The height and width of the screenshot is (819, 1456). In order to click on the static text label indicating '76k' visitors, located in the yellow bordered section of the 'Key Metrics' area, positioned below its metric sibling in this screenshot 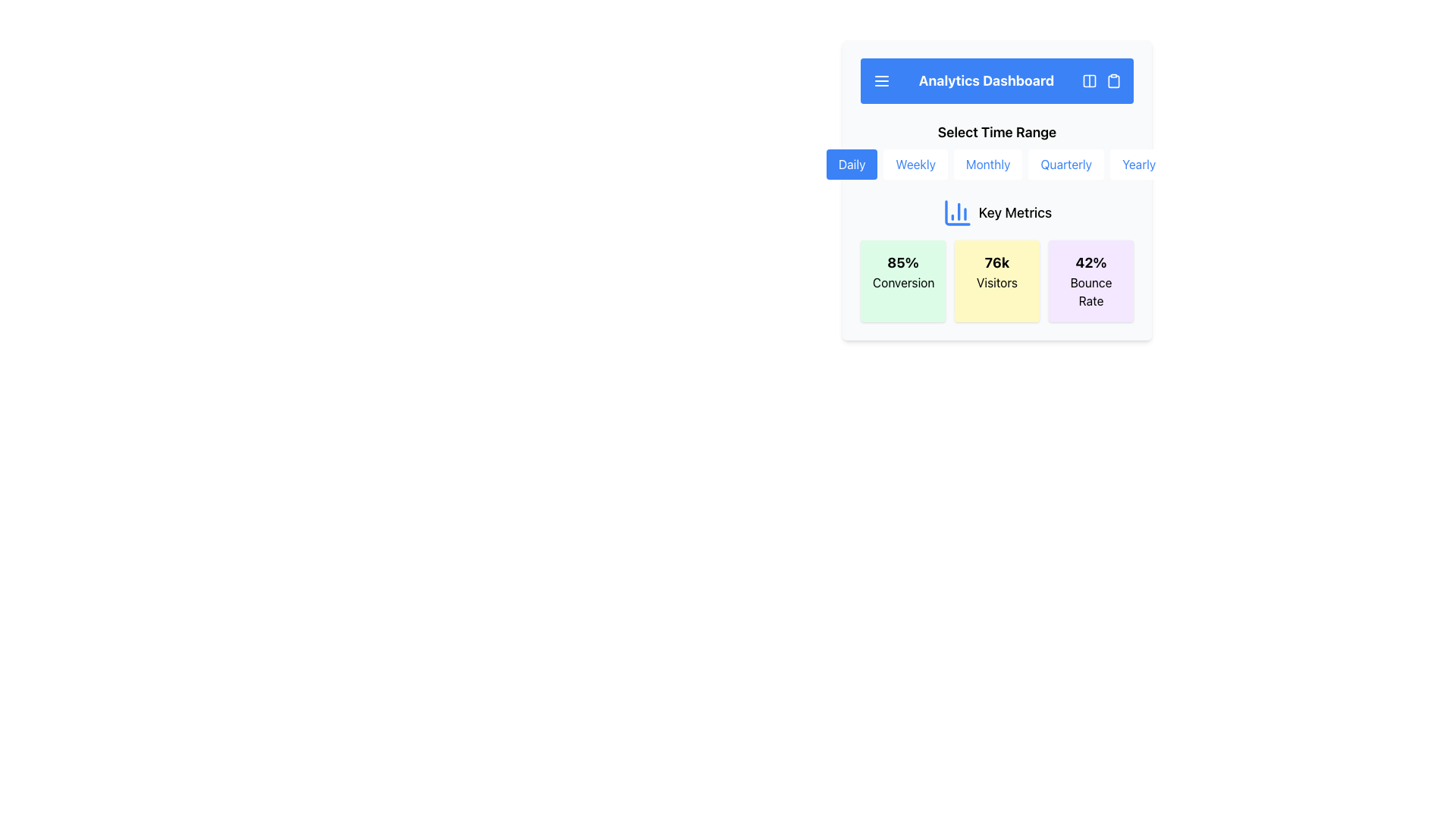, I will do `click(997, 283)`.